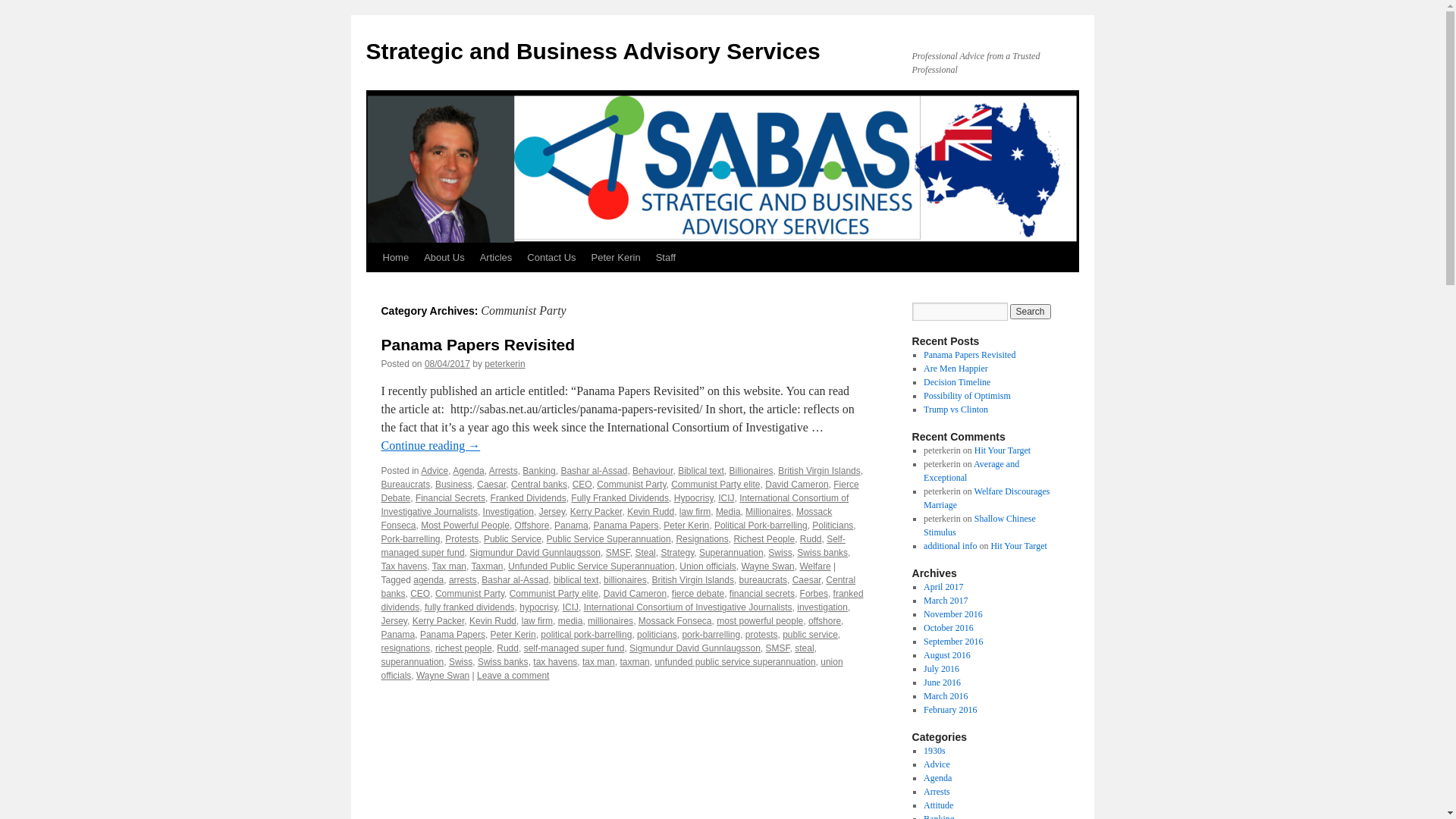  Describe the element at coordinates (940, 668) in the screenshot. I see `'July 2016'` at that location.